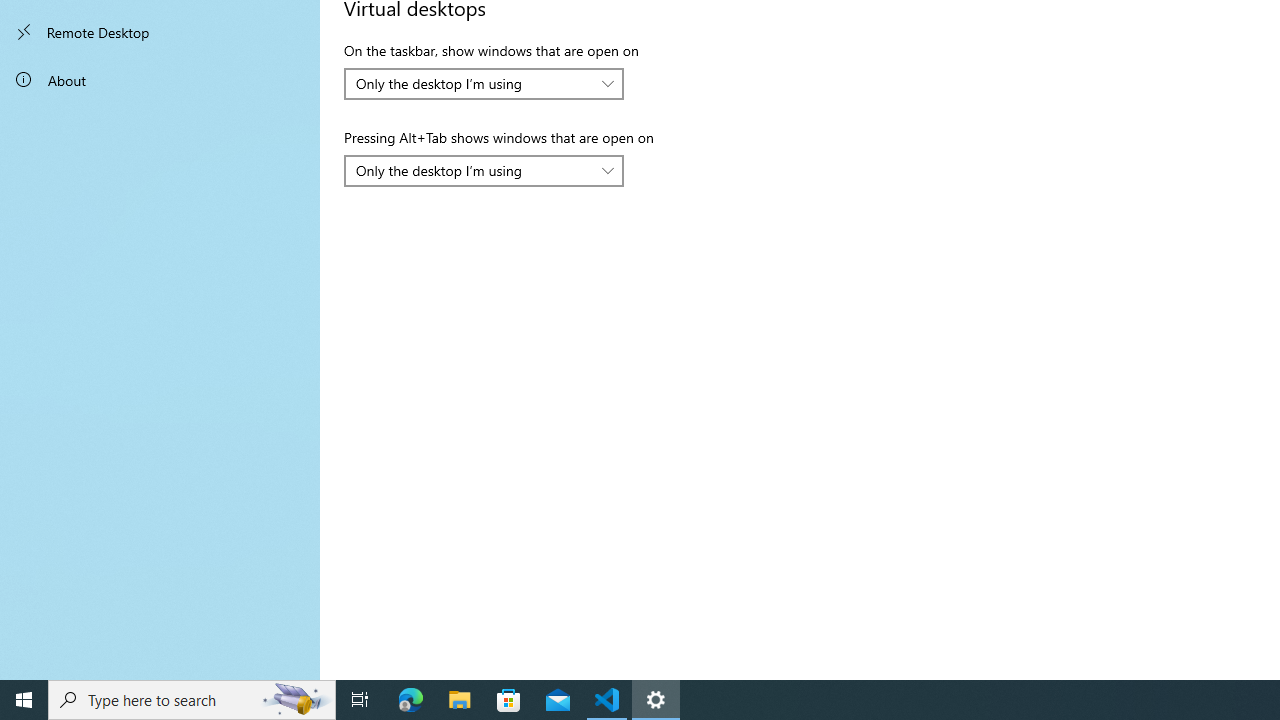 This screenshot has height=720, width=1280. What do you see at coordinates (484, 170) in the screenshot?
I see `'Pressing Alt+Tab shows windows that are open on'` at bounding box center [484, 170].